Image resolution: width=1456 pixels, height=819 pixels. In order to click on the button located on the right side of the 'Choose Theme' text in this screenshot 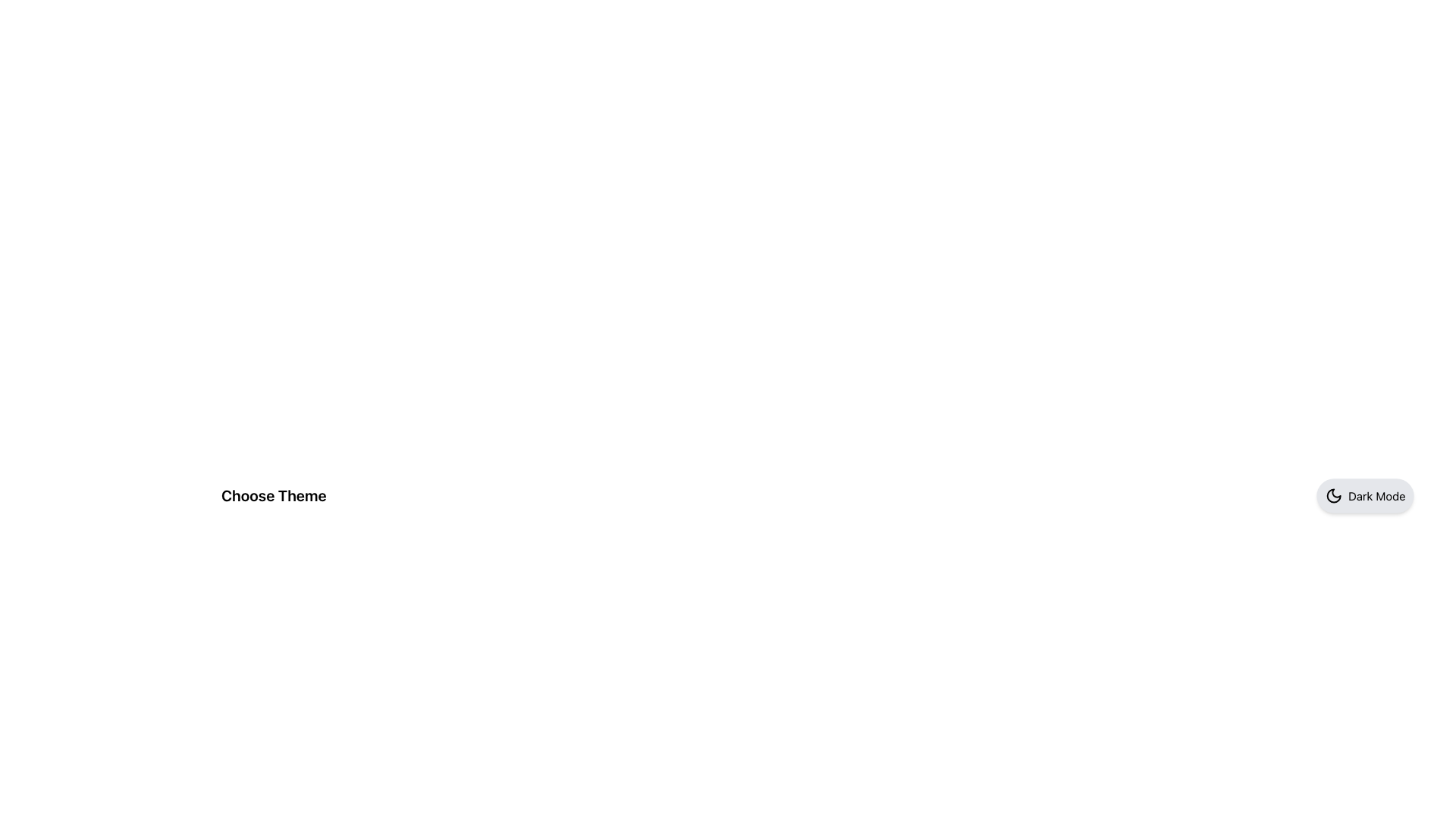, I will do `click(1365, 496)`.